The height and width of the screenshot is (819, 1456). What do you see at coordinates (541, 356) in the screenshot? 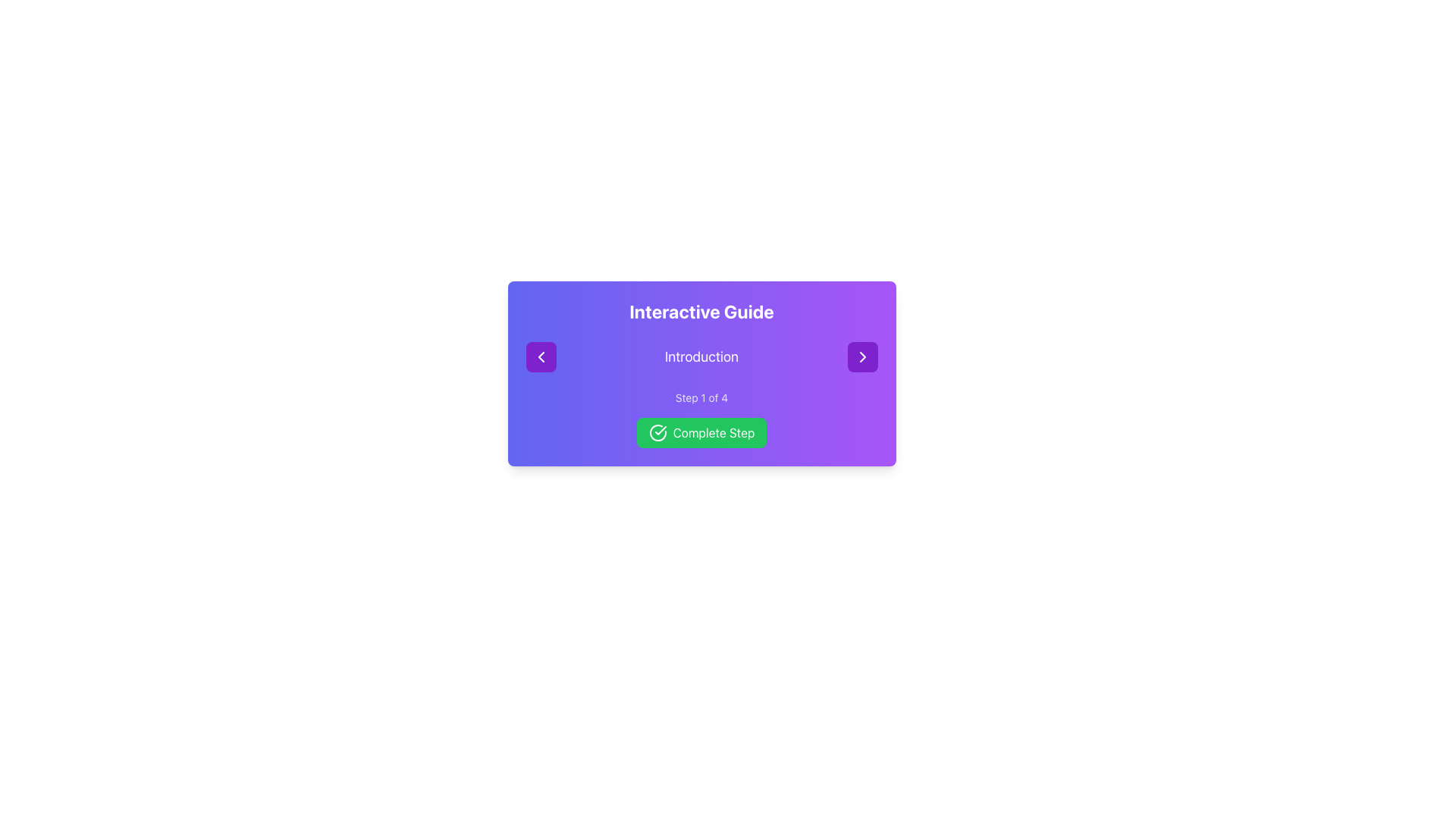
I see `the small, triangular, left-pointing arrow icon located within the interactive guide component` at bounding box center [541, 356].